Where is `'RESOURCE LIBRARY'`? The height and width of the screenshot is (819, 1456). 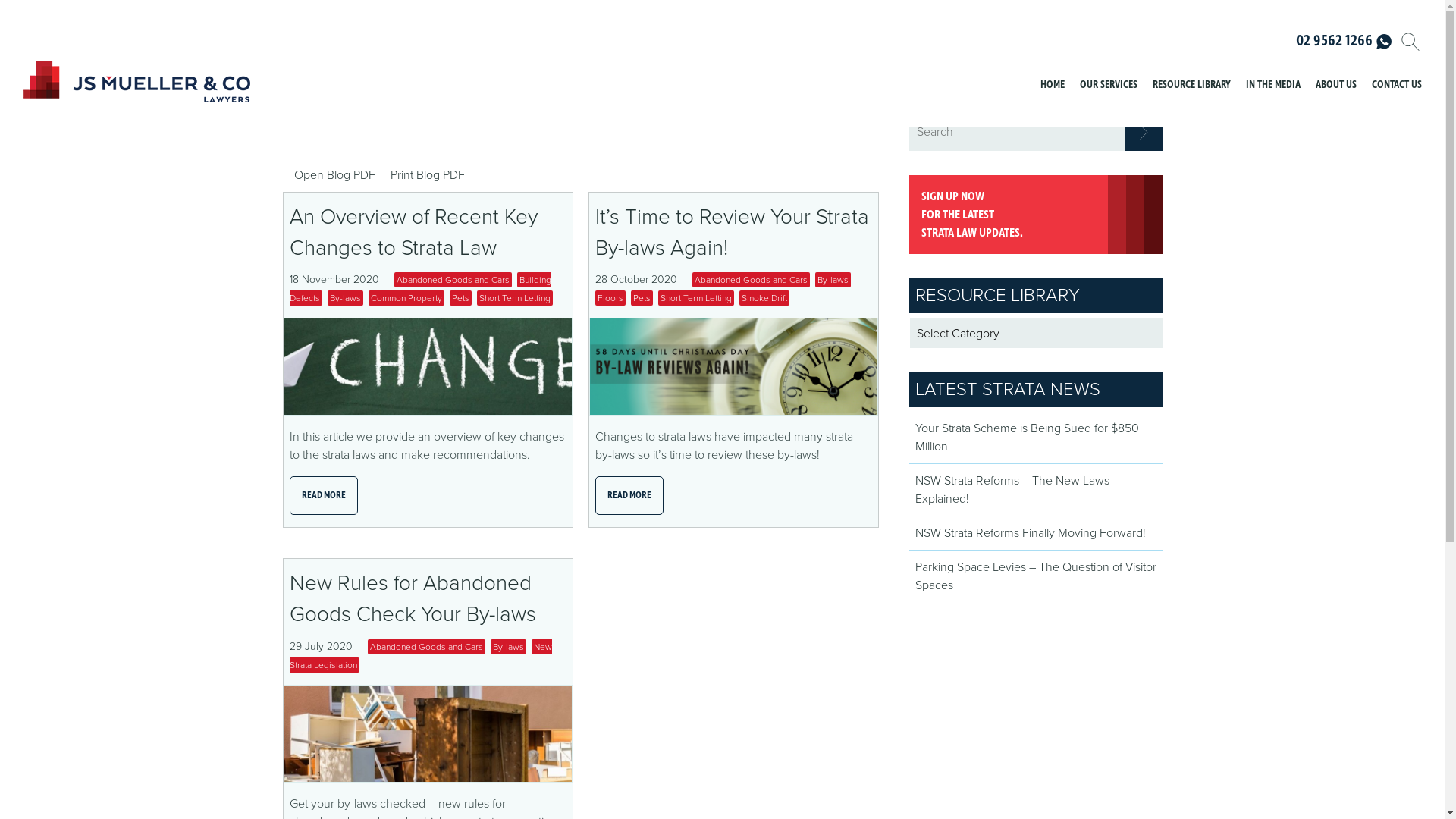
'RESOURCE LIBRARY' is located at coordinates (1191, 86).